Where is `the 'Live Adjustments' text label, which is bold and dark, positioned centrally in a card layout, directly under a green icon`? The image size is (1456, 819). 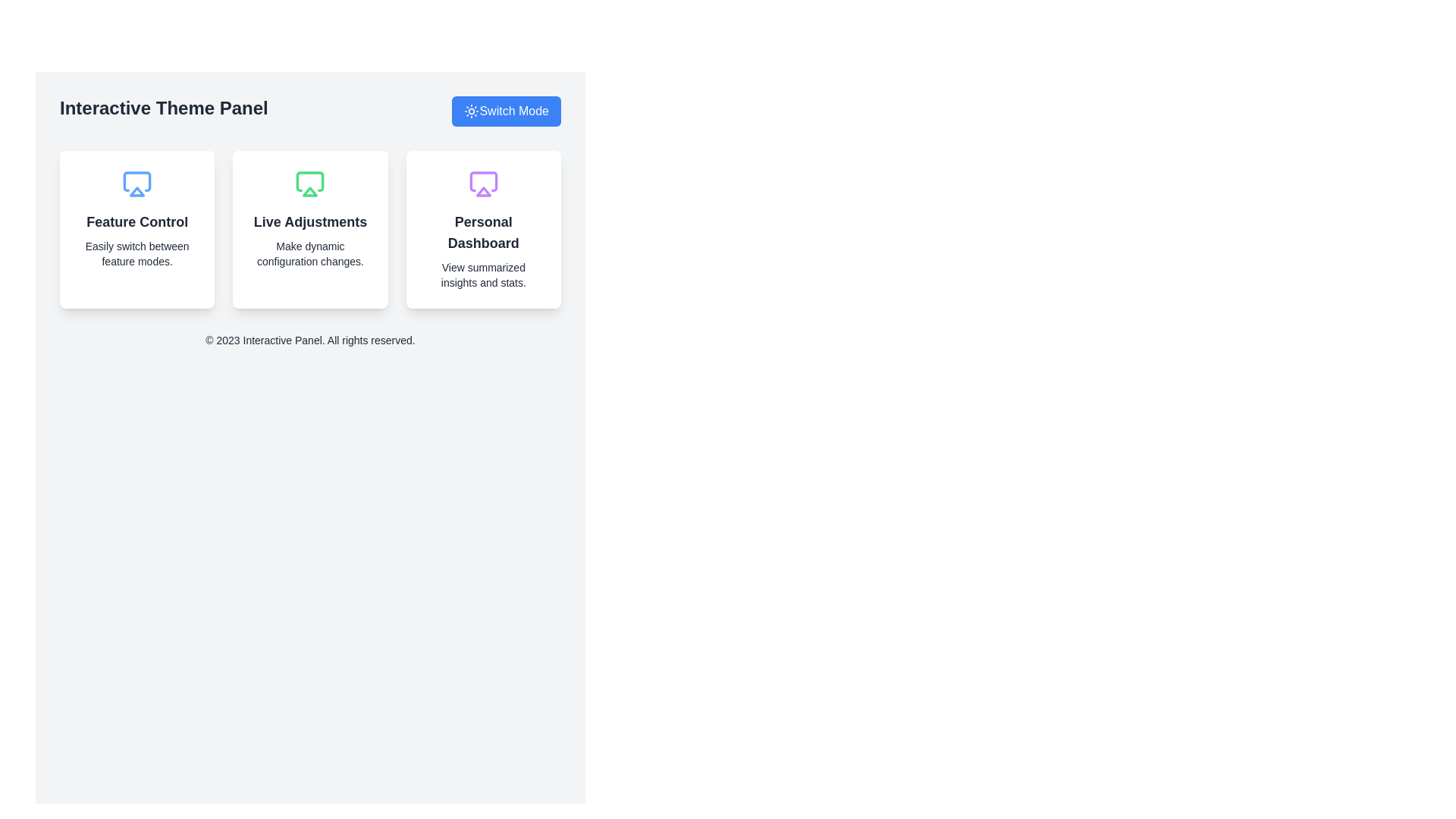 the 'Live Adjustments' text label, which is bold and dark, positioned centrally in a card layout, directly under a green icon is located at coordinates (309, 222).